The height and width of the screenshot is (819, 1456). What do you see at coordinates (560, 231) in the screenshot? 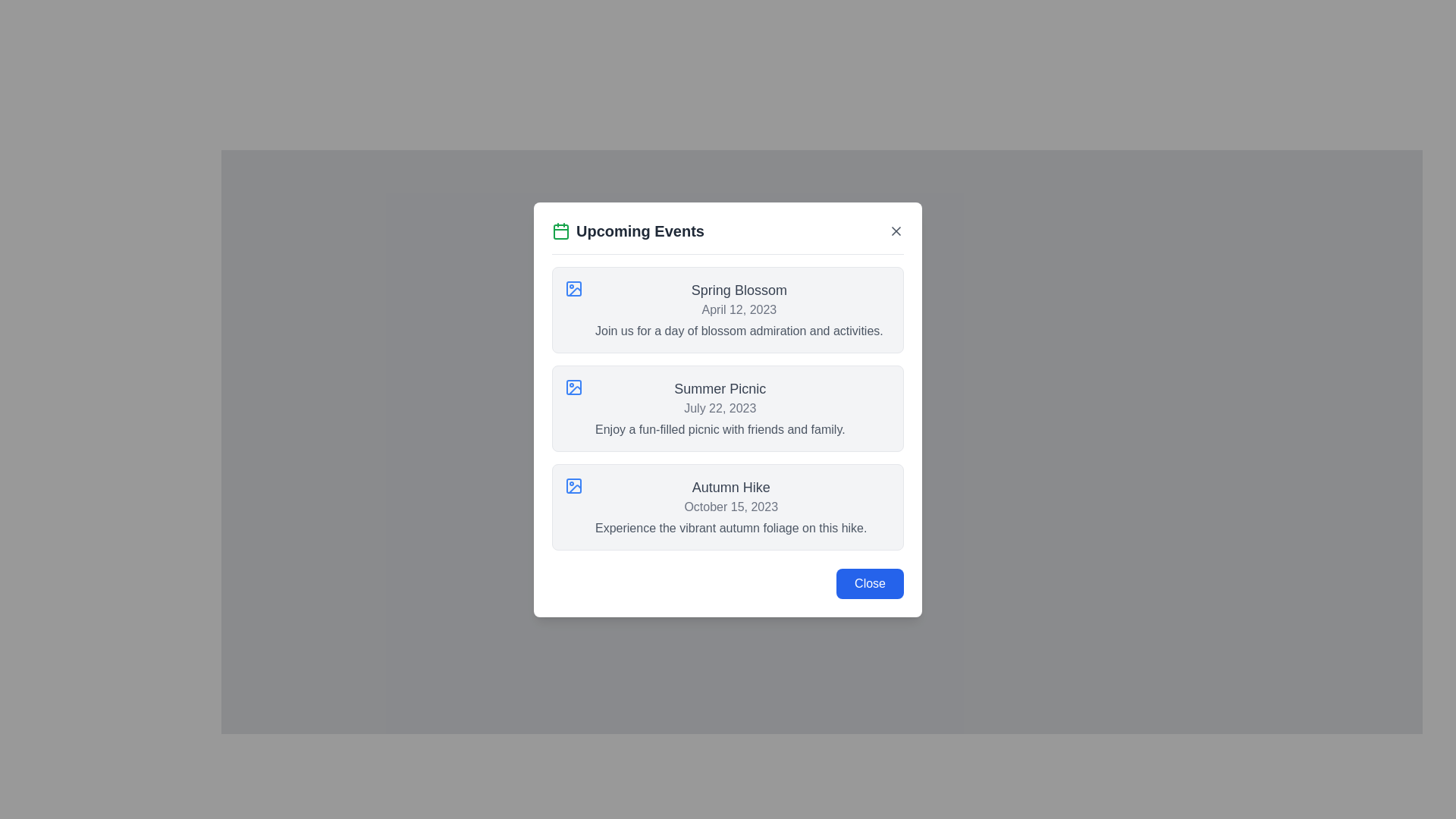
I see `the green-colored rectangle with rounded corners that represents the main body of the calendar icon, located to the left of the text 'Upcoming Events' in the header of the modal dialog` at bounding box center [560, 231].